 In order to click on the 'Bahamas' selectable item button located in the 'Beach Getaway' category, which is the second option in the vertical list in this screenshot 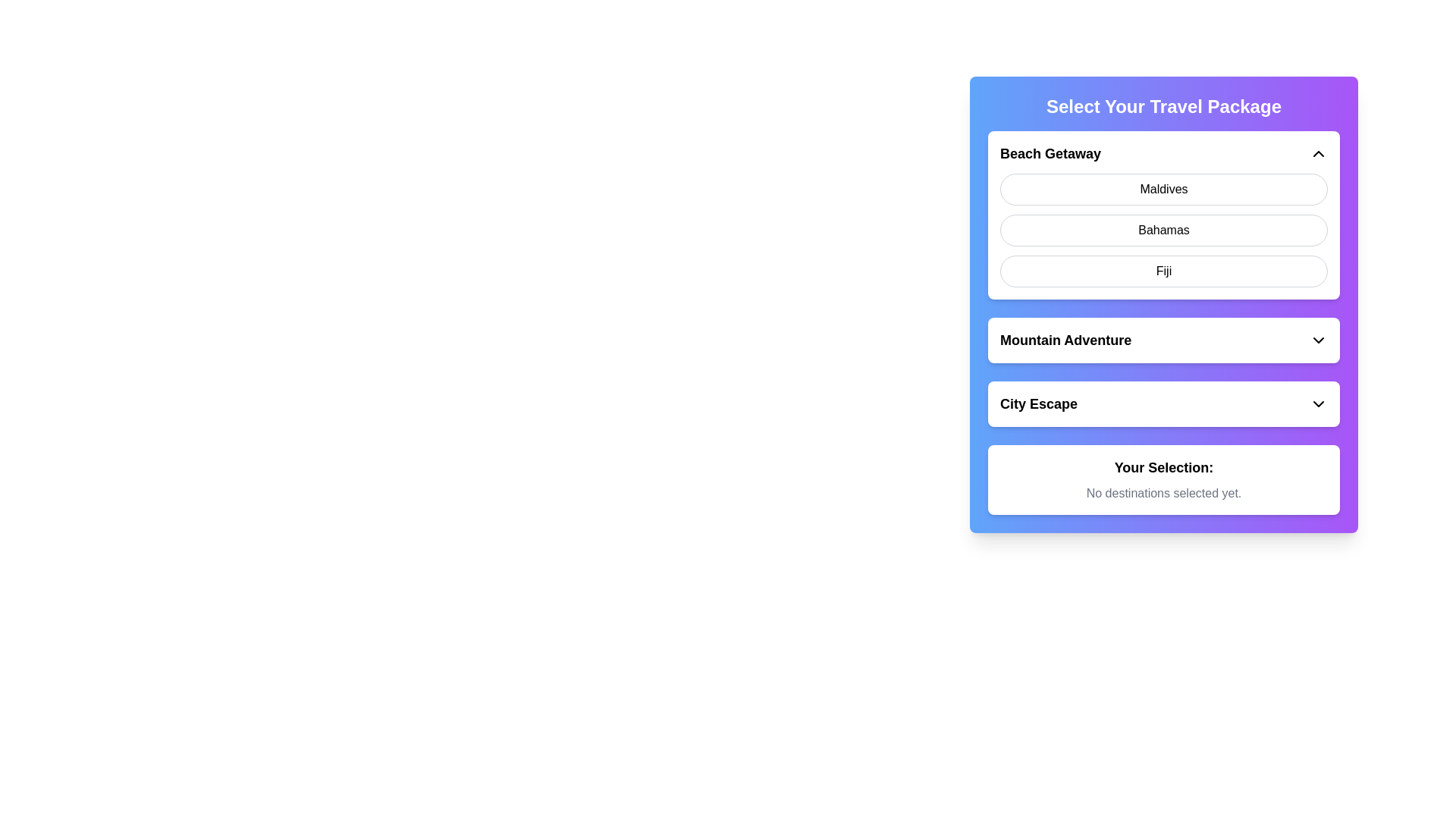, I will do `click(1163, 231)`.